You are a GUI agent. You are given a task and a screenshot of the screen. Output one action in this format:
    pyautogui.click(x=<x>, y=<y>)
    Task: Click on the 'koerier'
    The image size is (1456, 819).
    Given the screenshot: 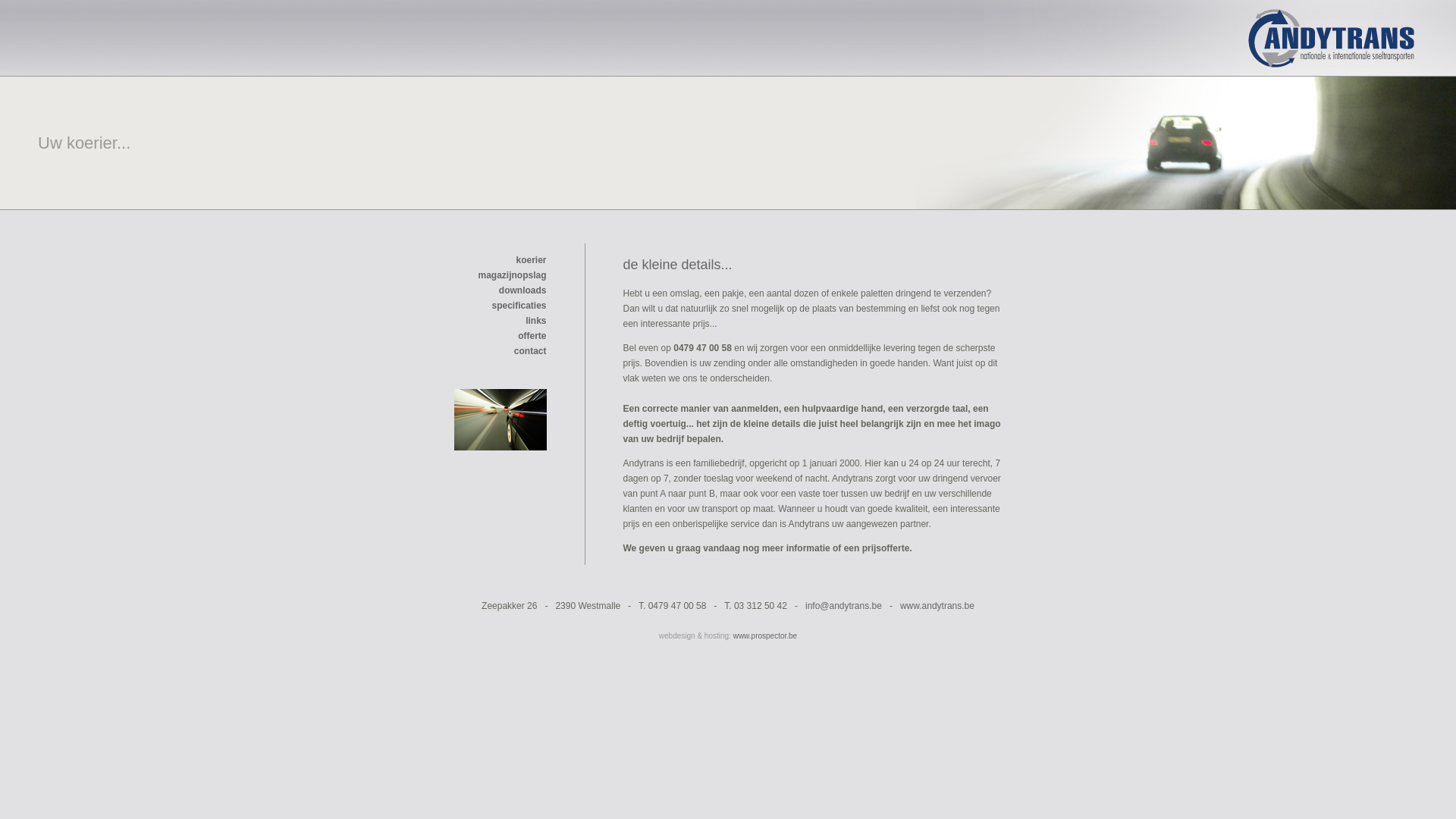 What is the action you would take?
    pyautogui.click(x=531, y=259)
    